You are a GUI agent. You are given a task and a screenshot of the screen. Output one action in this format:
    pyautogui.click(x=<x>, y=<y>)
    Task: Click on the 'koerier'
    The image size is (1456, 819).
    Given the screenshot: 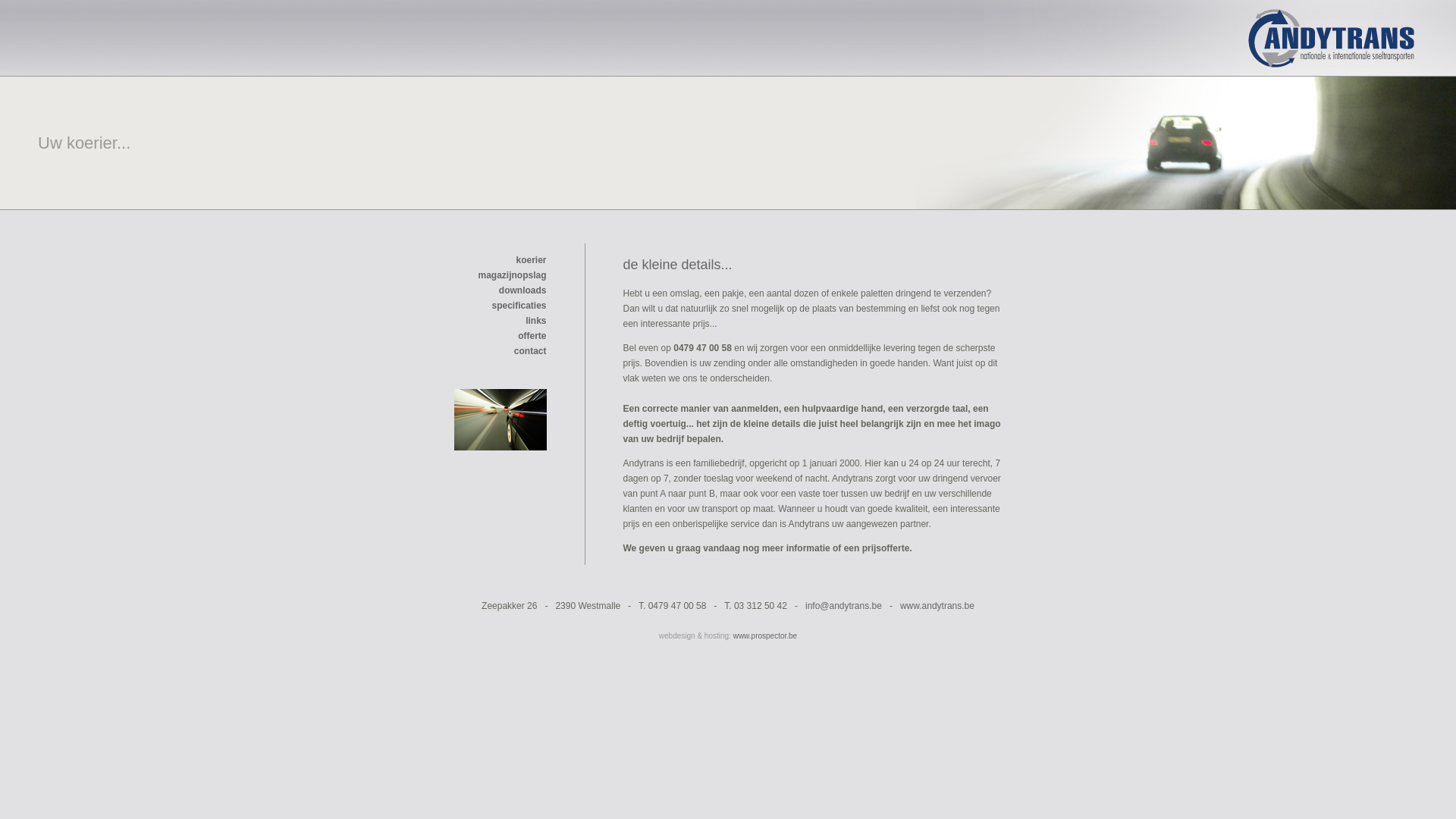 What is the action you would take?
    pyautogui.click(x=531, y=259)
    